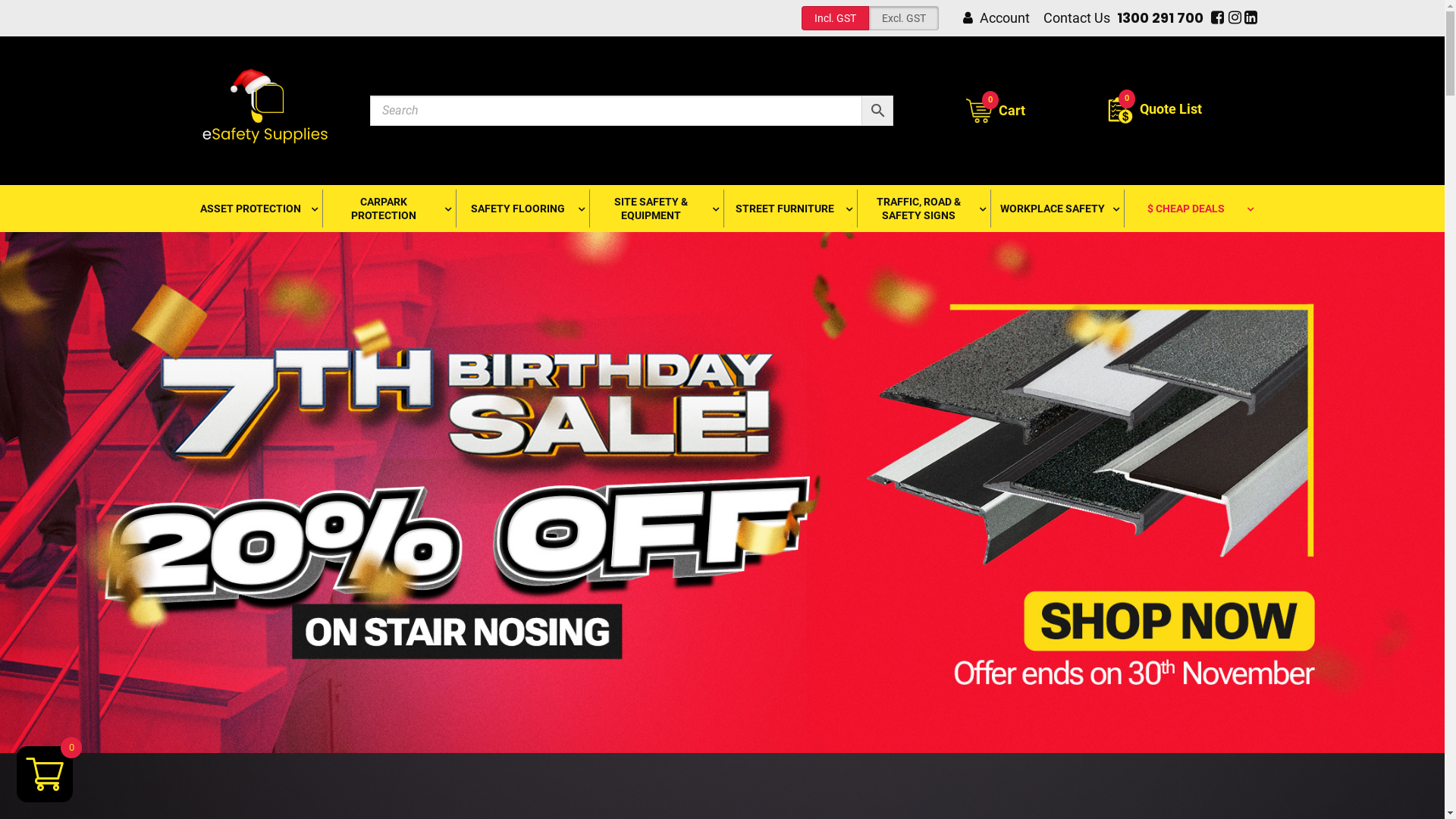 This screenshot has width=1456, height=819. Describe the element at coordinates (320, 208) in the screenshot. I see `'CARPARK PROTECTION'` at that location.